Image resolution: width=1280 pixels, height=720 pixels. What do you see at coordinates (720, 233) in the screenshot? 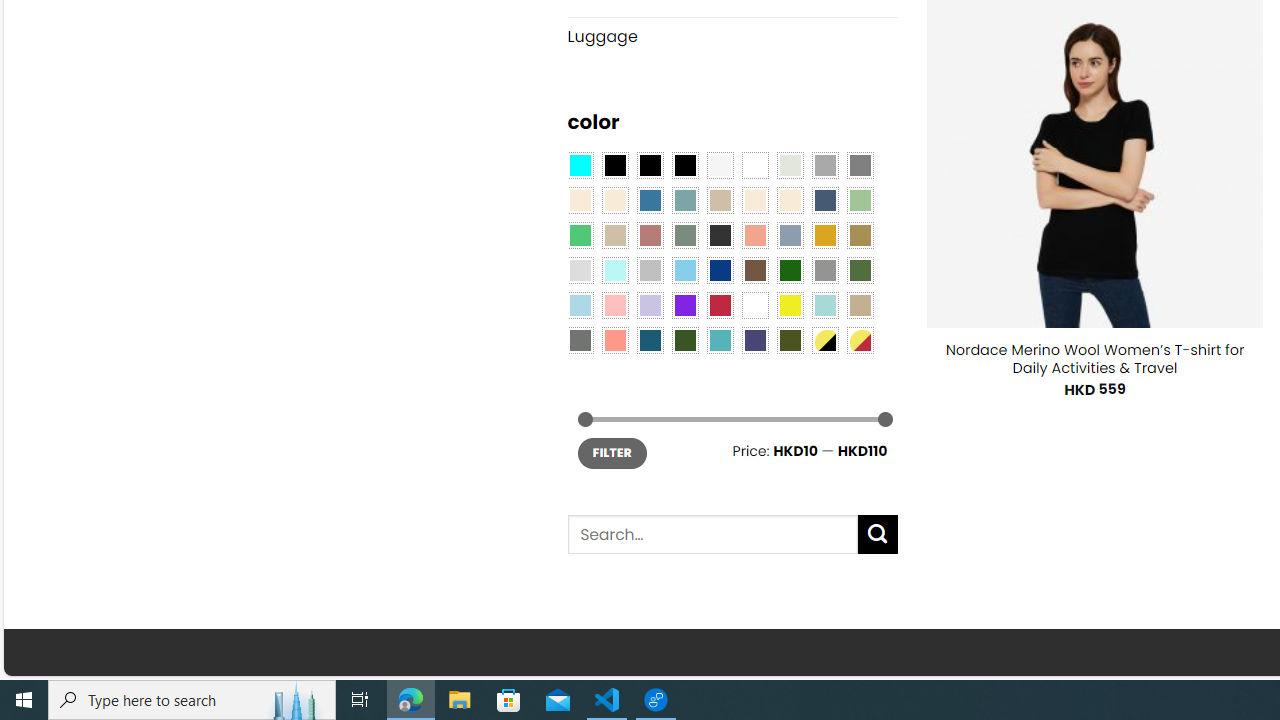
I see `'Charcoal'` at bounding box center [720, 233].